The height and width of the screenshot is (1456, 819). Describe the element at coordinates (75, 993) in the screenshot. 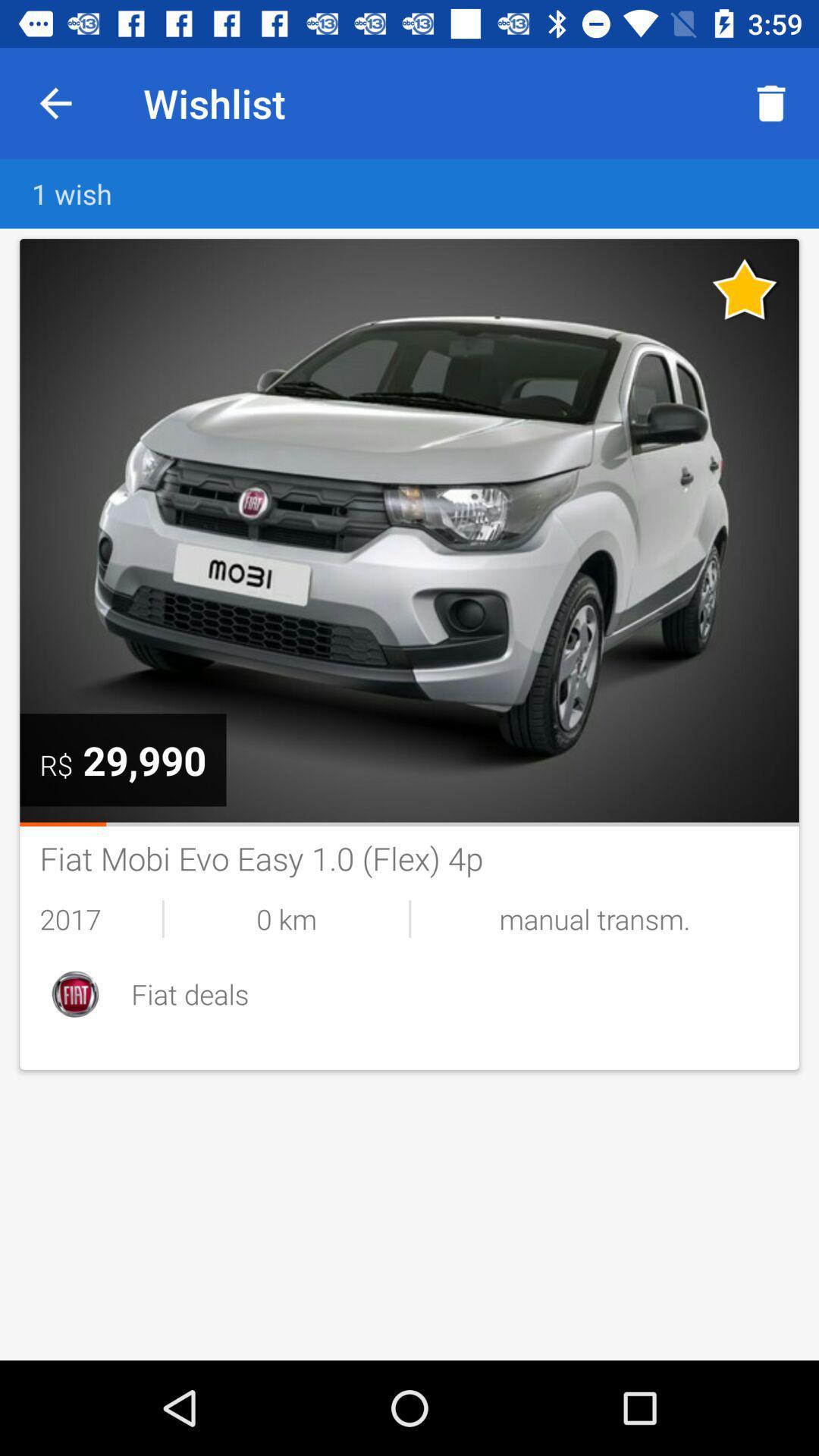

I see `the item to the left of fiat deals item` at that location.